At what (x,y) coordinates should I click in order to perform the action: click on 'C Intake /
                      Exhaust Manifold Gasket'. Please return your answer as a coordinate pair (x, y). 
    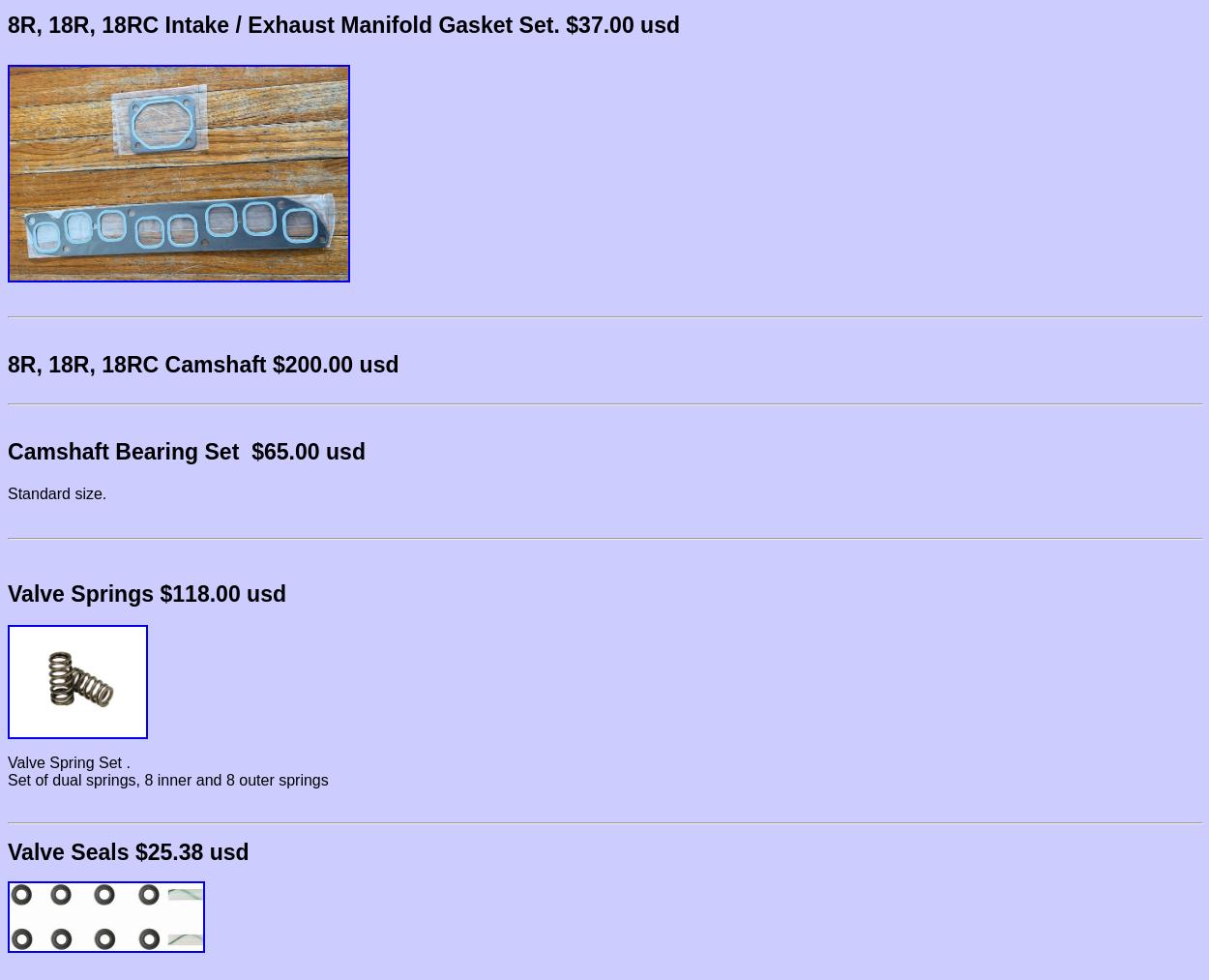
    Looking at the image, I should click on (326, 24).